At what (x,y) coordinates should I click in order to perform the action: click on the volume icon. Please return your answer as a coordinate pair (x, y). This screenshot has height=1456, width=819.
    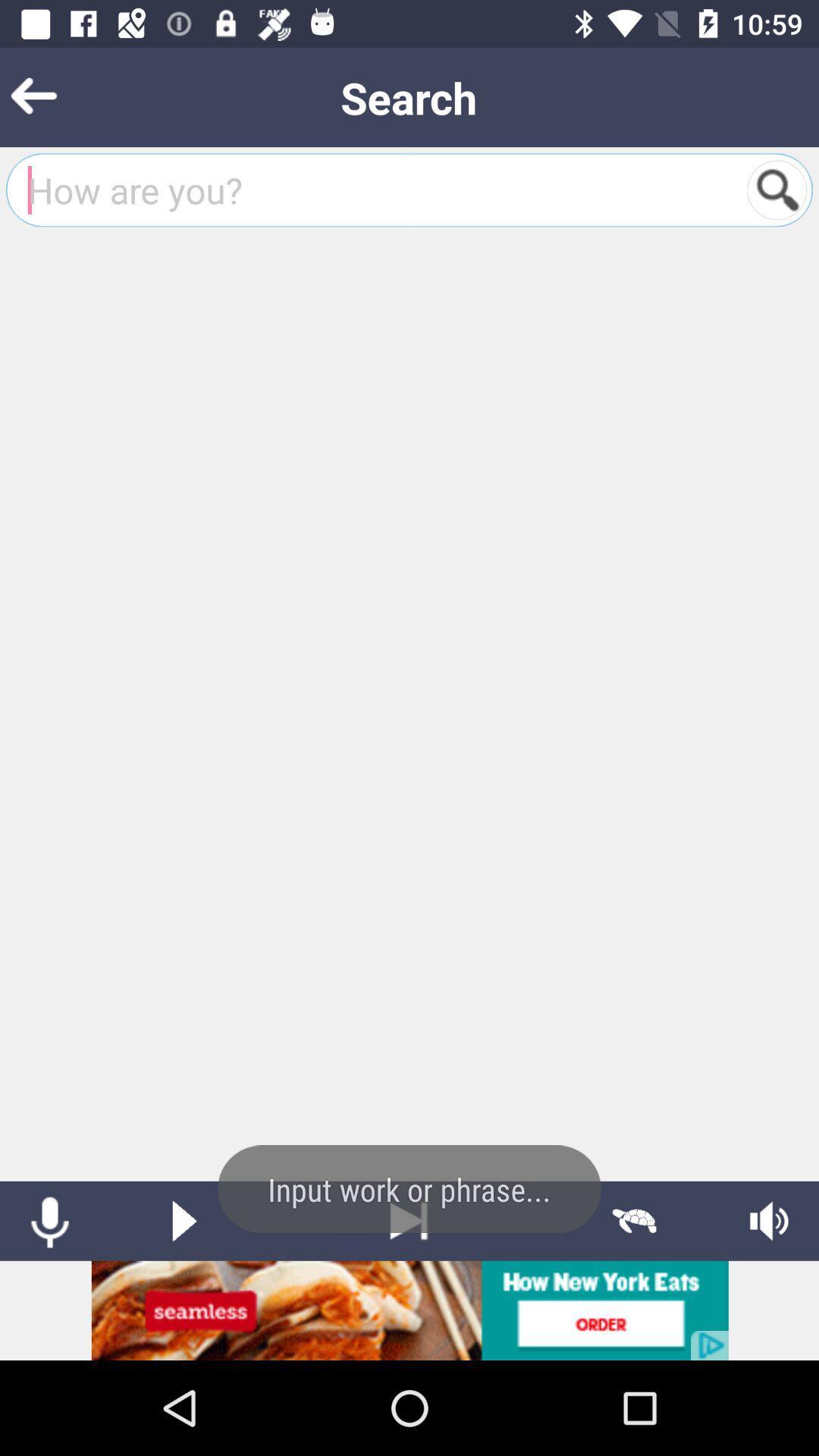
    Looking at the image, I should click on (769, 1221).